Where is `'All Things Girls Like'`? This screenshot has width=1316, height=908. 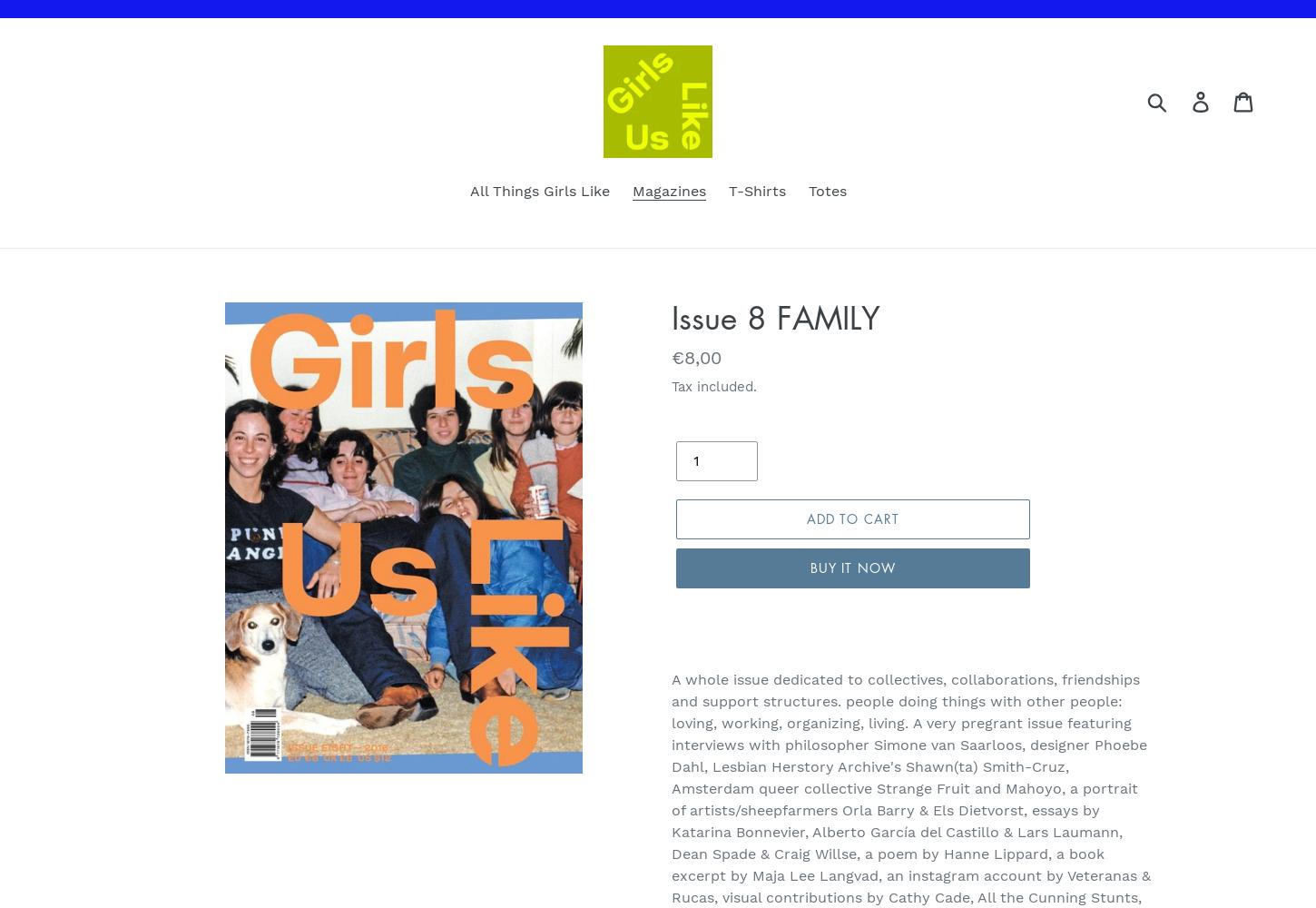 'All Things Girls Like' is located at coordinates (539, 190).